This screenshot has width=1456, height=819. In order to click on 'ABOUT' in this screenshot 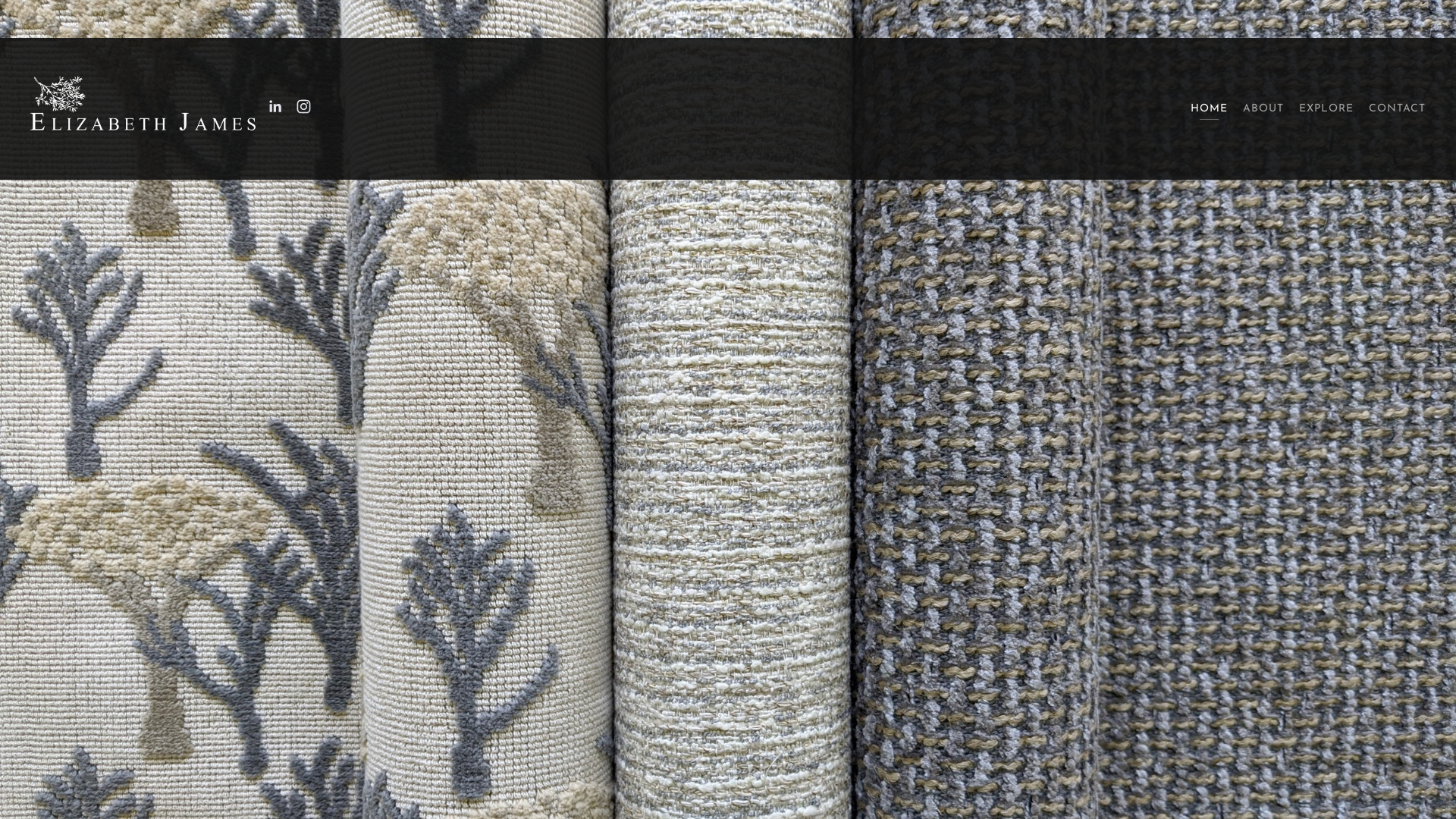, I will do `click(1263, 108)`.